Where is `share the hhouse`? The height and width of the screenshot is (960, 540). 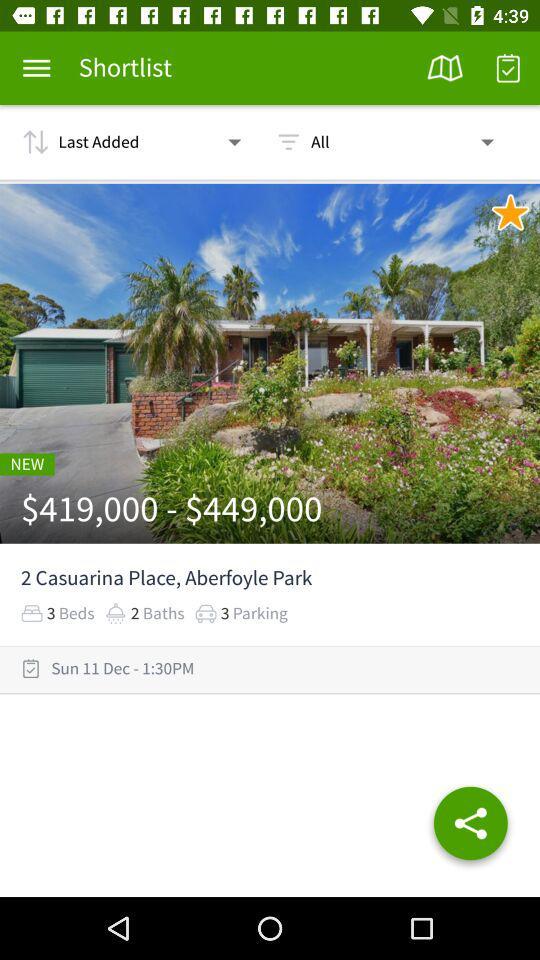 share the hhouse is located at coordinates (470, 827).